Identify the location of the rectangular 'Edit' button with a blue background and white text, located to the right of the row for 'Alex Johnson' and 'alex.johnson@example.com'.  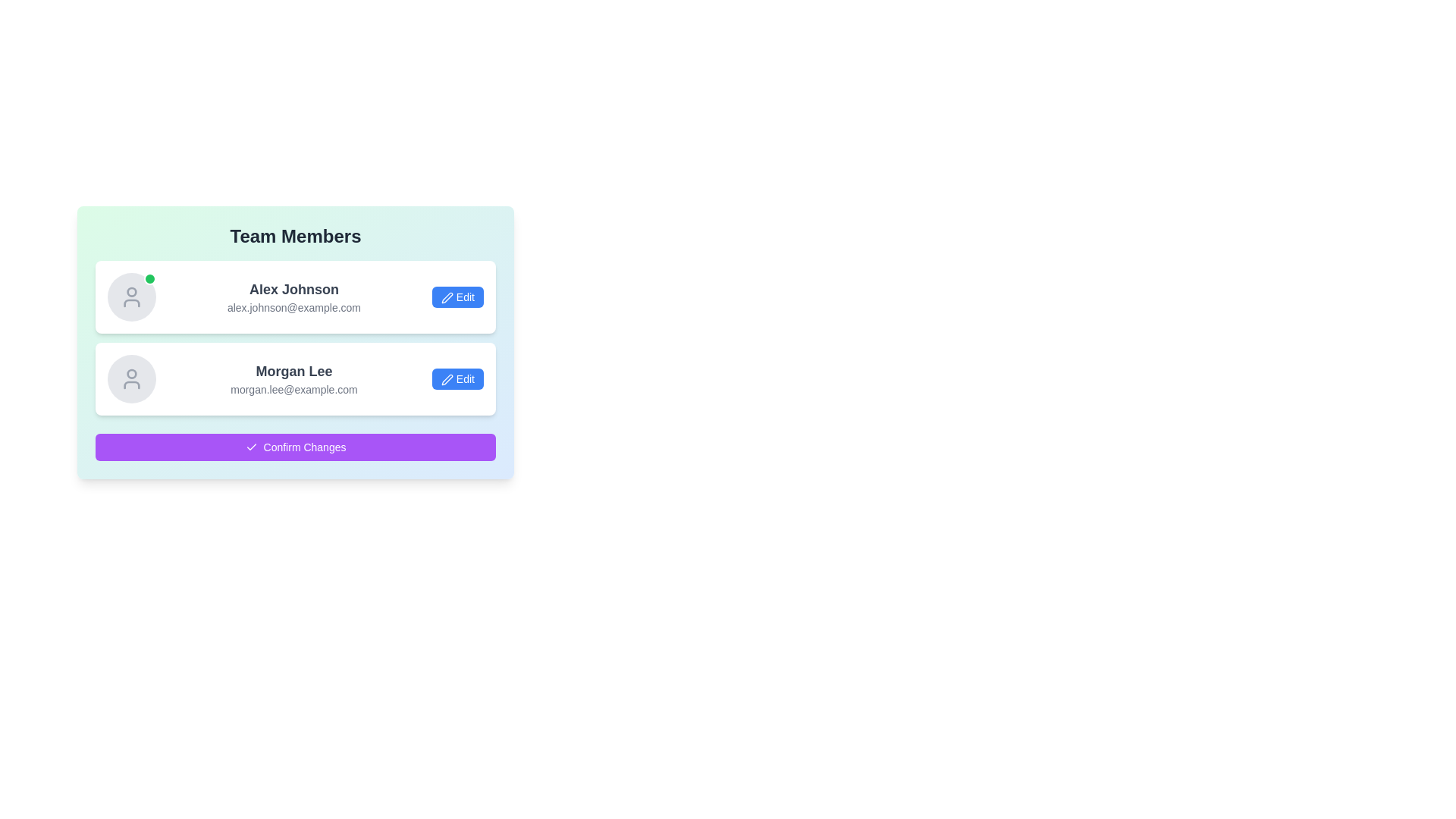
(457, 297).